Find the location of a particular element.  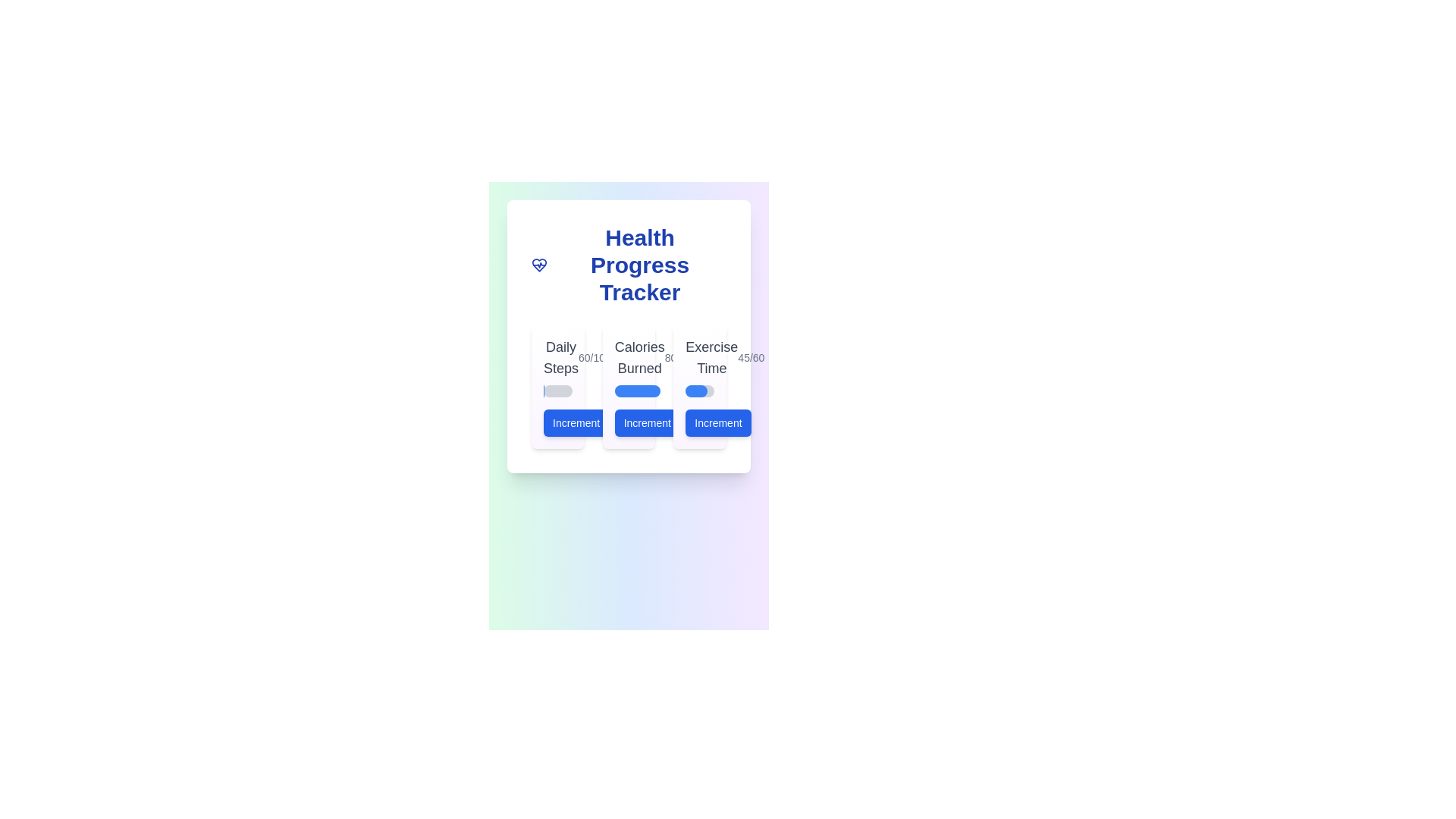

the increment button located in the 'Daily Steps' section, positioned below the progress bar, to increase the step count is located at coordinates (557, 423).